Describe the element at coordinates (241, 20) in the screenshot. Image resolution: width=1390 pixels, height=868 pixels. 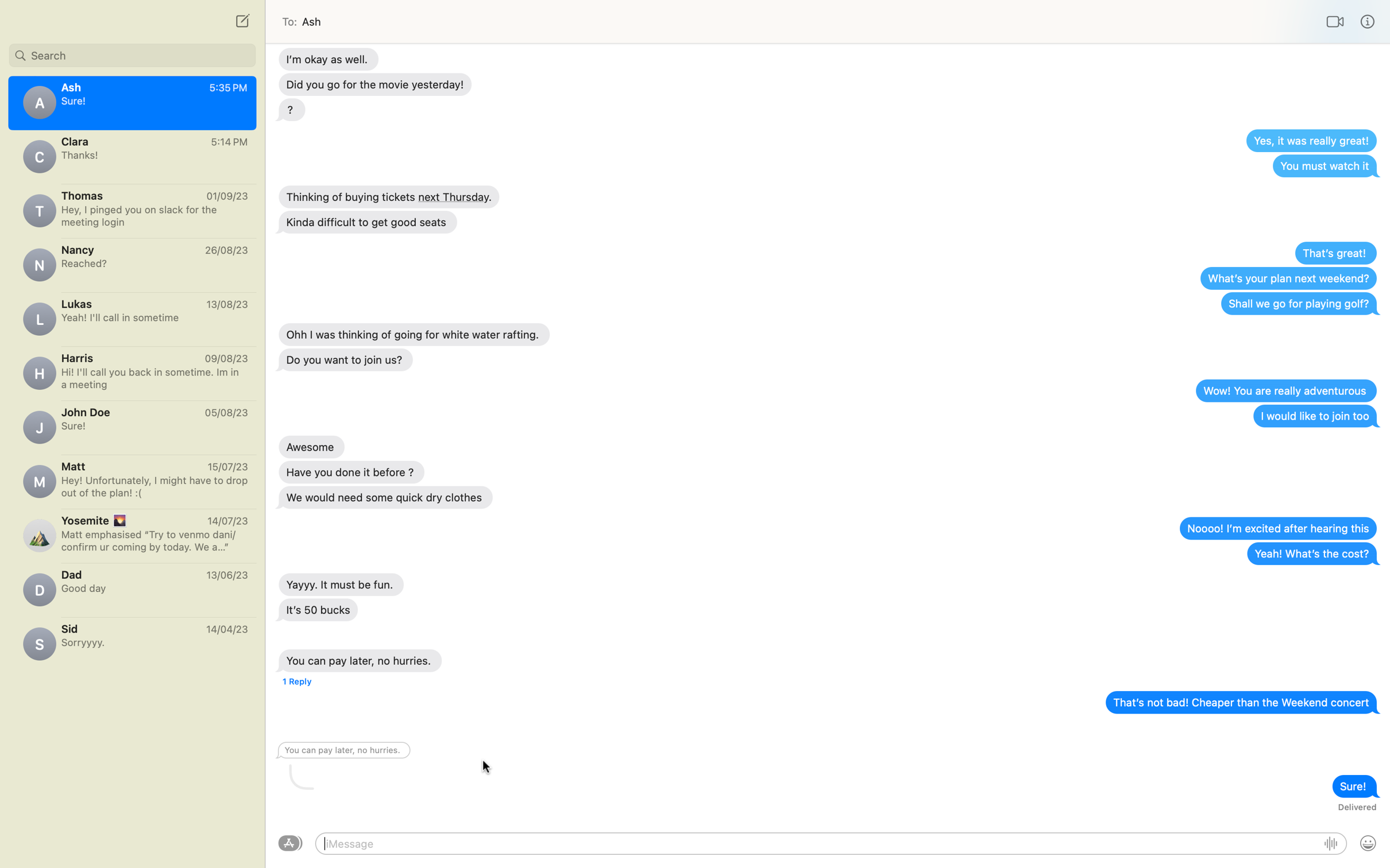
I see `Begin fresh chat with user named Chris` at that location.